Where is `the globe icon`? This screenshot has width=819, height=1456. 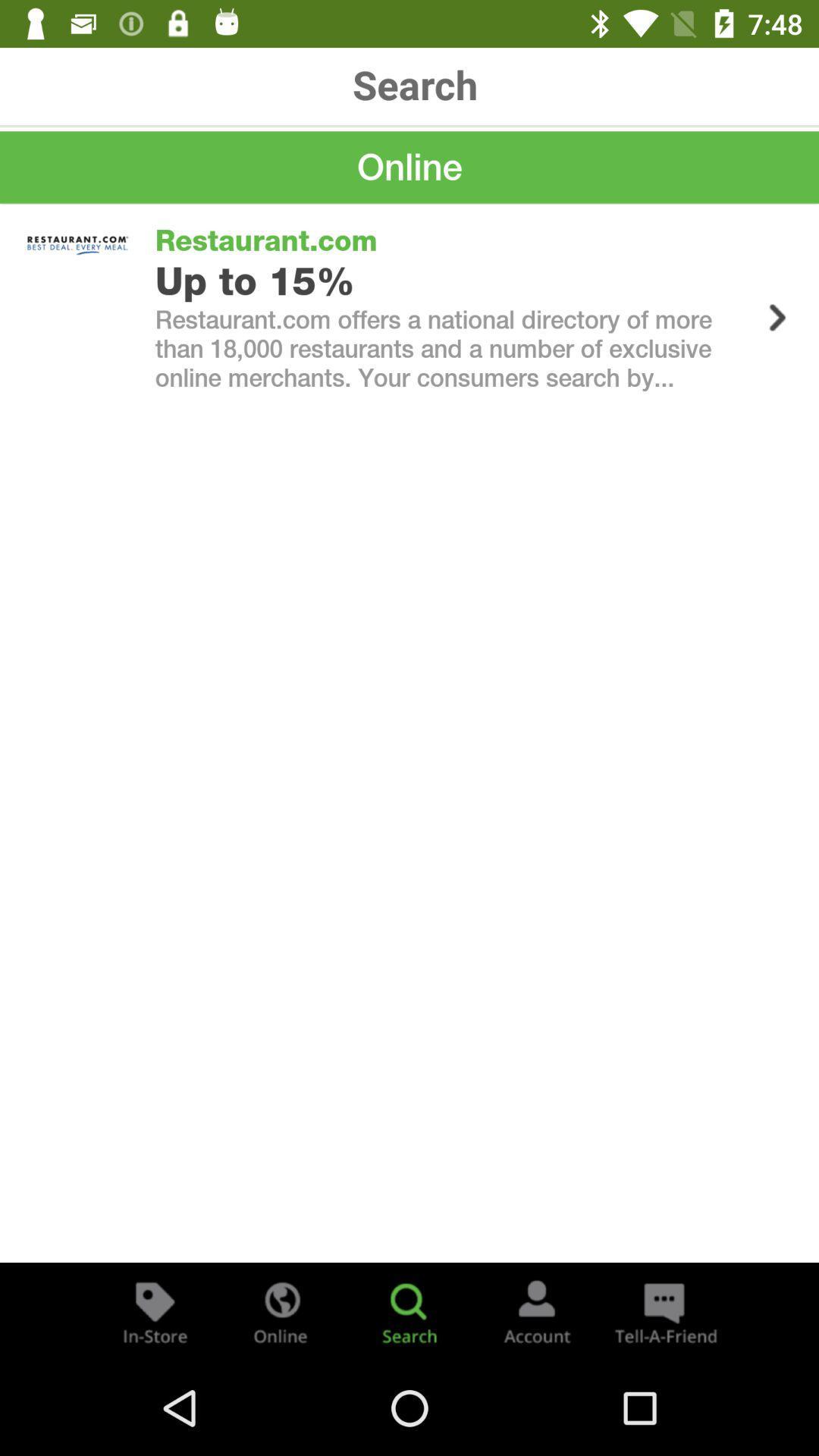
the globe icon is located at coordinates (281, 1310).